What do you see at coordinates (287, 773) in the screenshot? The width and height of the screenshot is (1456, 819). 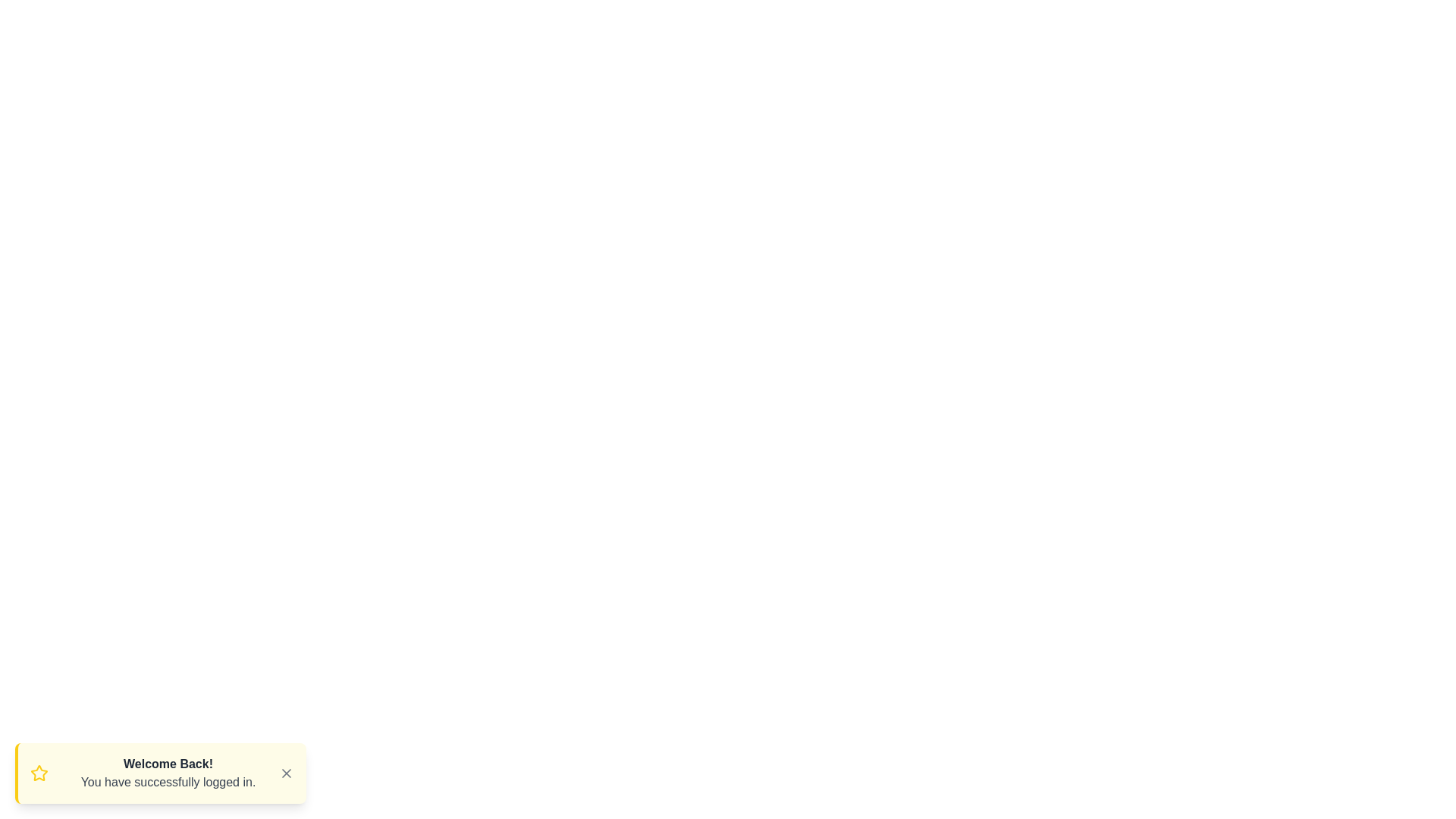 I see `the close button of the notification to dismiss it` at bounding box center [287, 773].